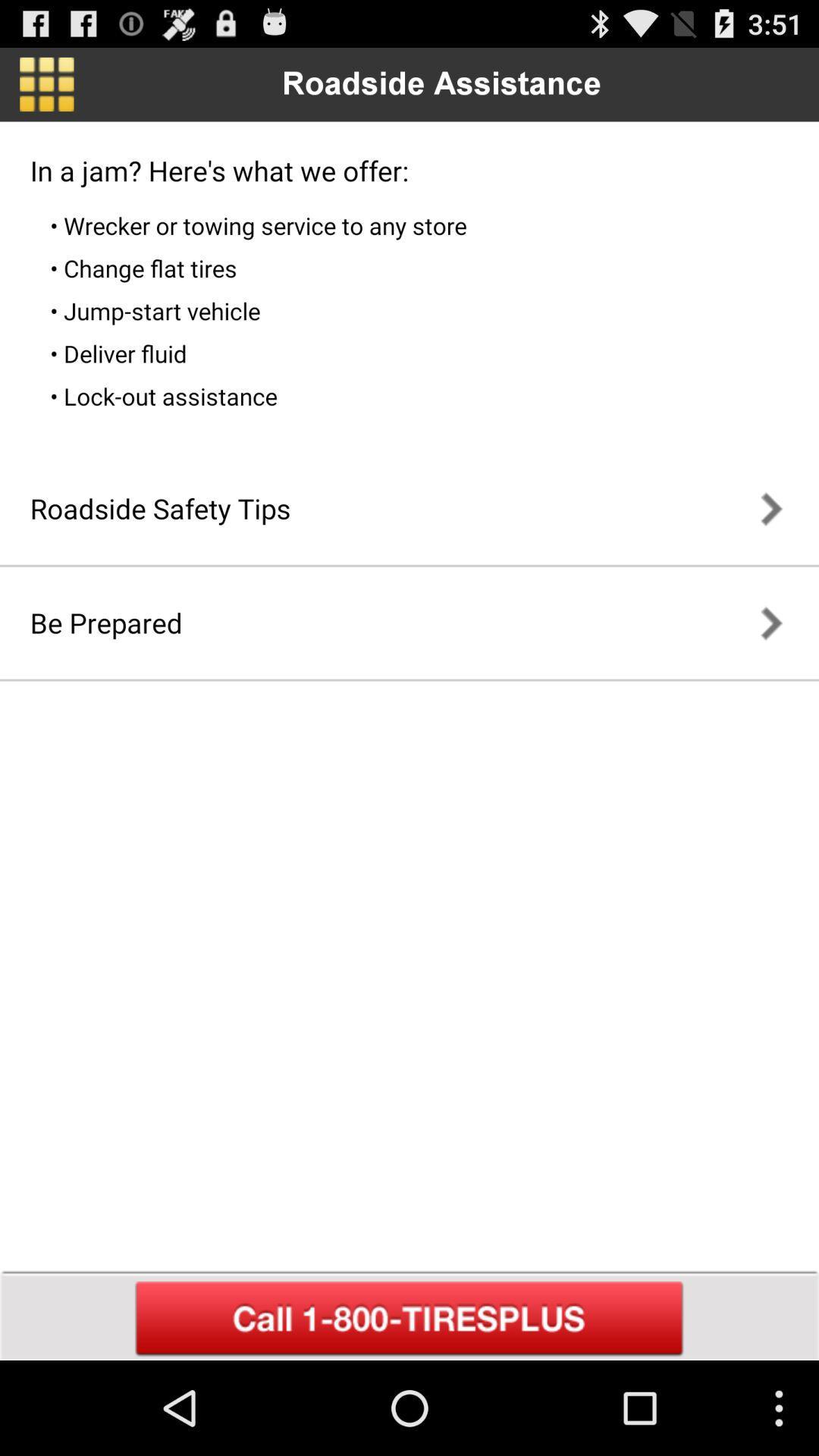  Describe the element at coordinates (45, 83) in the screenshot. I see `go back` at that location.